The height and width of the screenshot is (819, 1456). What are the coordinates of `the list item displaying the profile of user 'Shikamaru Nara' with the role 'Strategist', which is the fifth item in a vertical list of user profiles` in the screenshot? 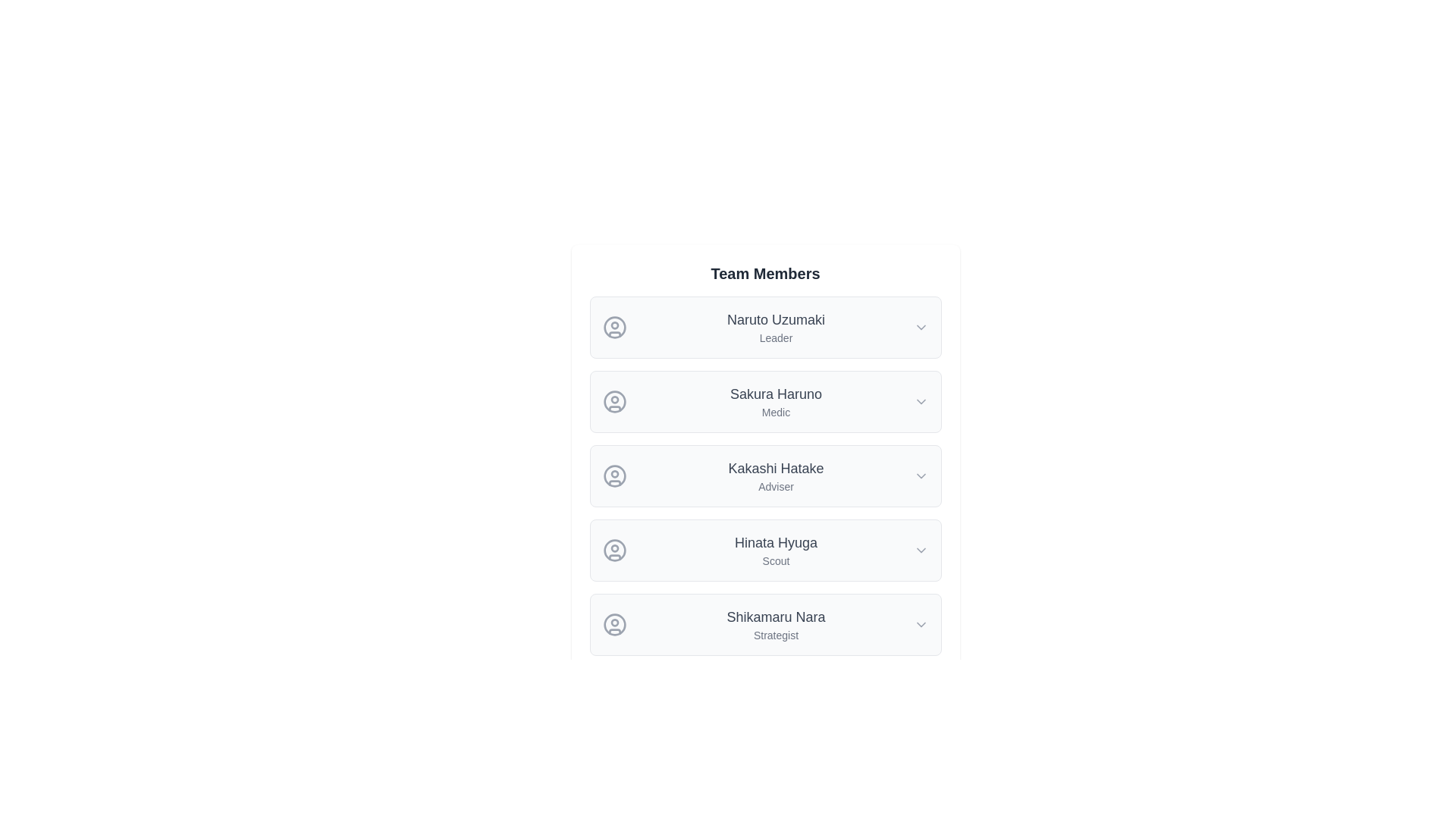 It's located at (765, 625).